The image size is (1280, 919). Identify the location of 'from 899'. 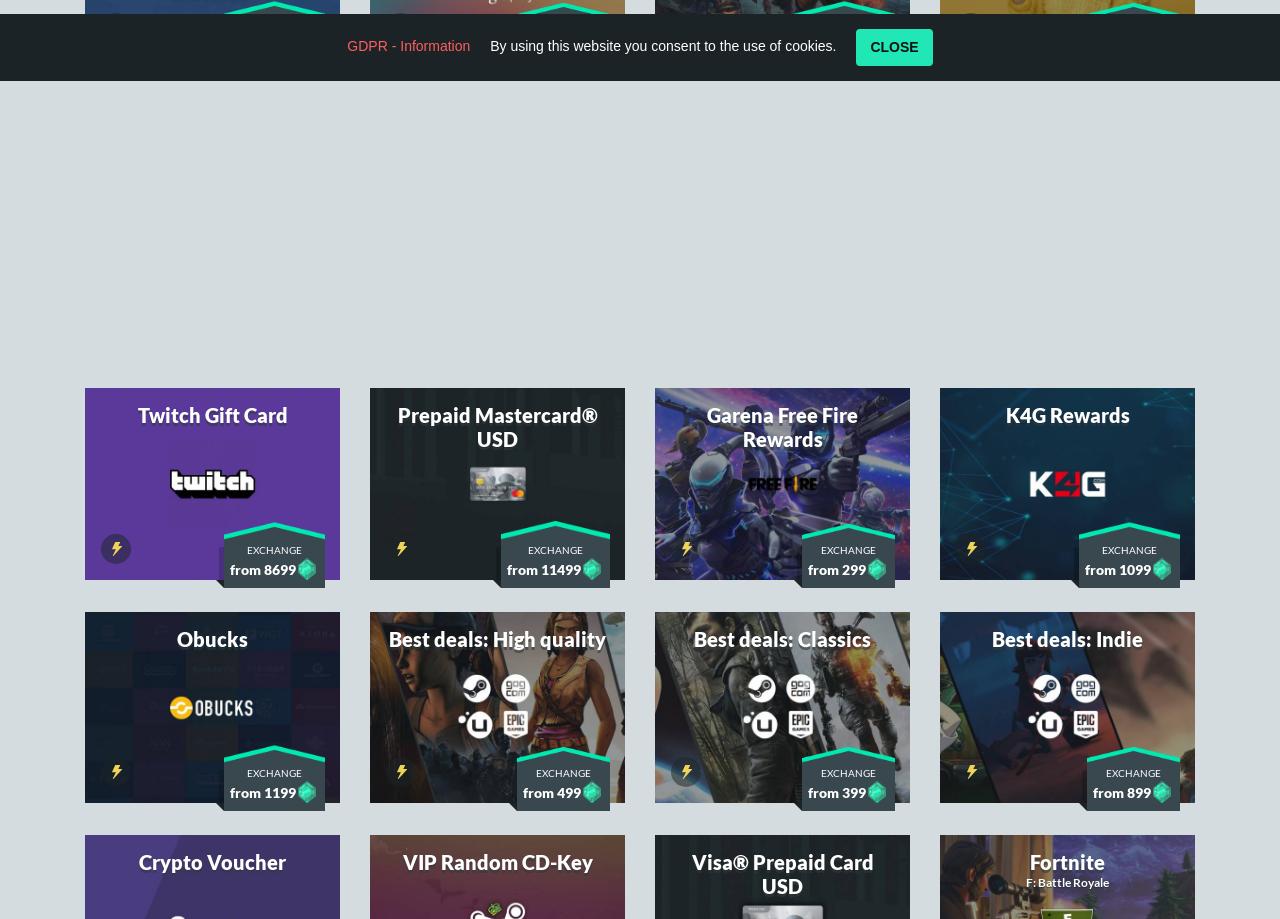
(1122, 526).